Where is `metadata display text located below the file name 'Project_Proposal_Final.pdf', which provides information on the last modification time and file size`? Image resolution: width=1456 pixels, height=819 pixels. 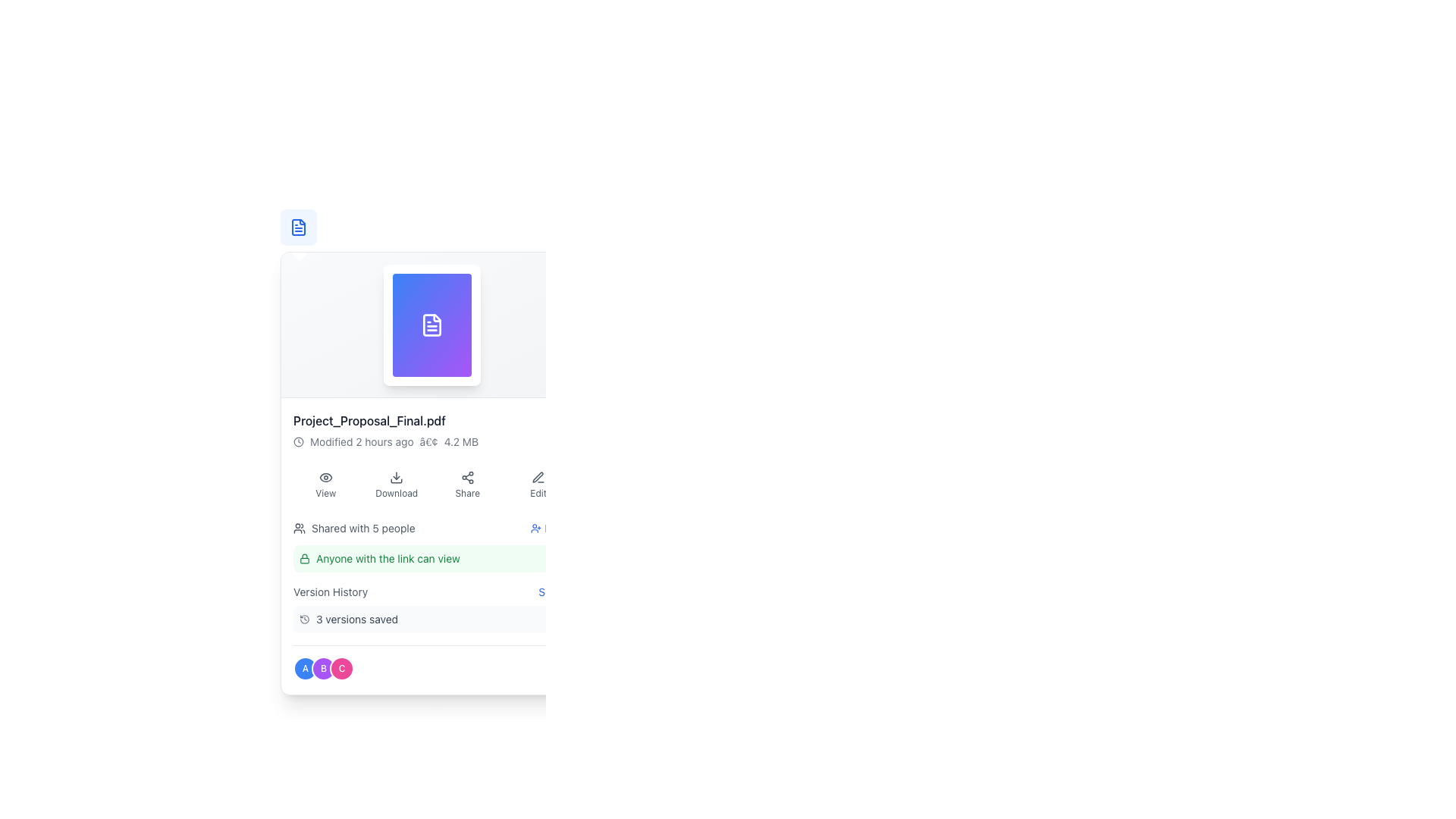
metadata display text located below the file name 'Project_Proposal_Final.pdf', which provides information on the last modification time and file size is located at coordinates (431, 441).